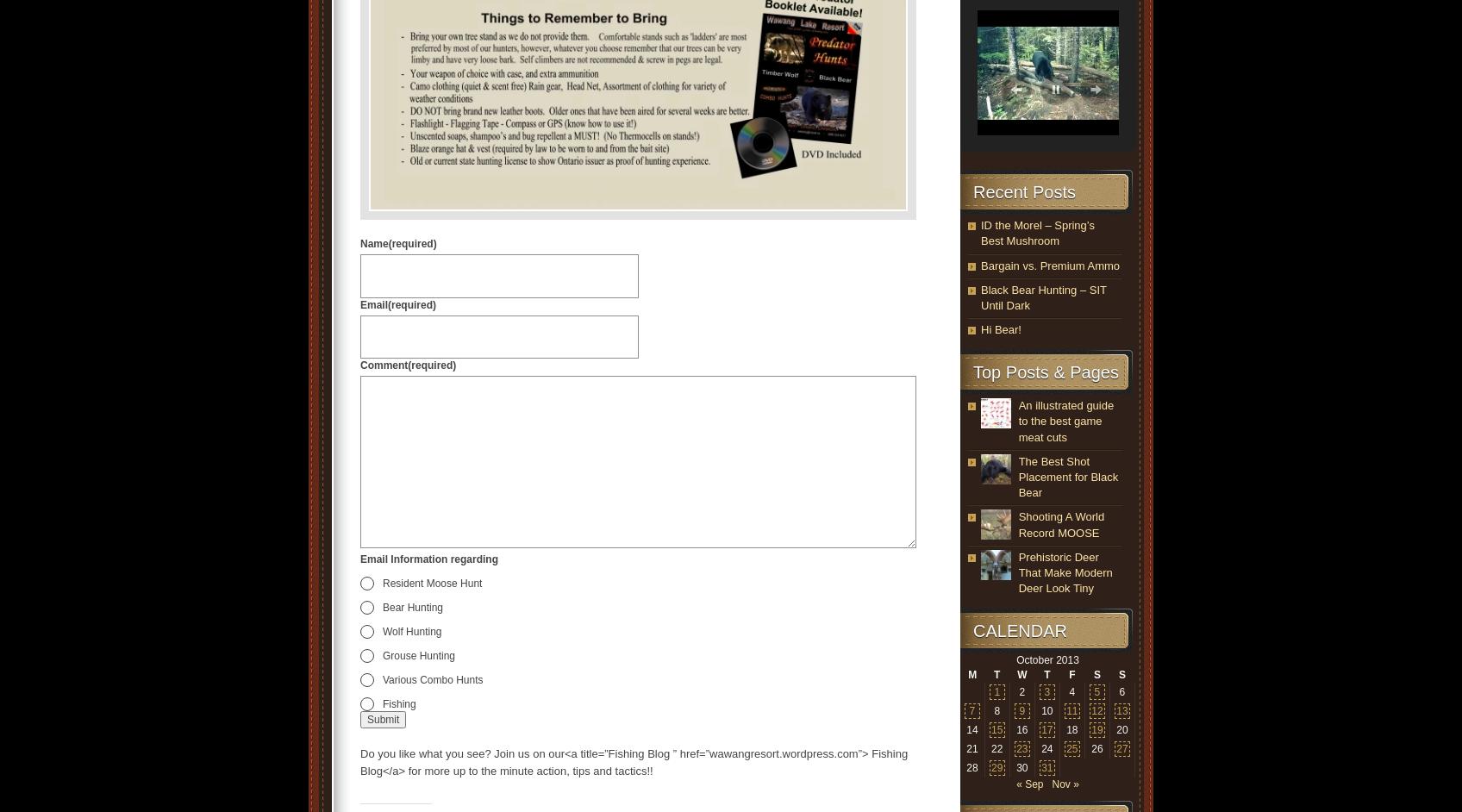  I want to click on '29', so click(991, 767).